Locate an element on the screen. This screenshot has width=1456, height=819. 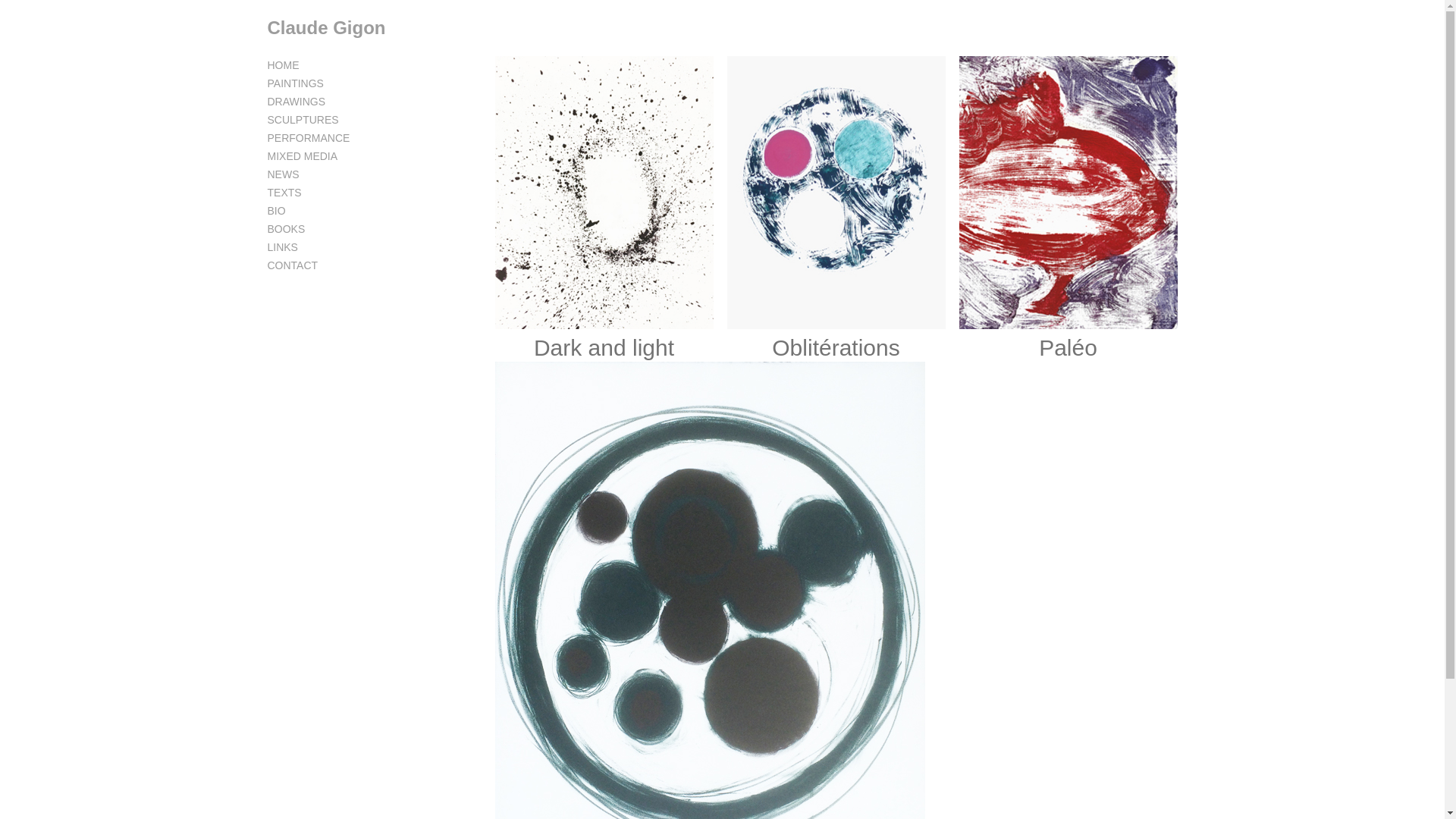
'DRAWINGS' is located at coordinates (295, 102).